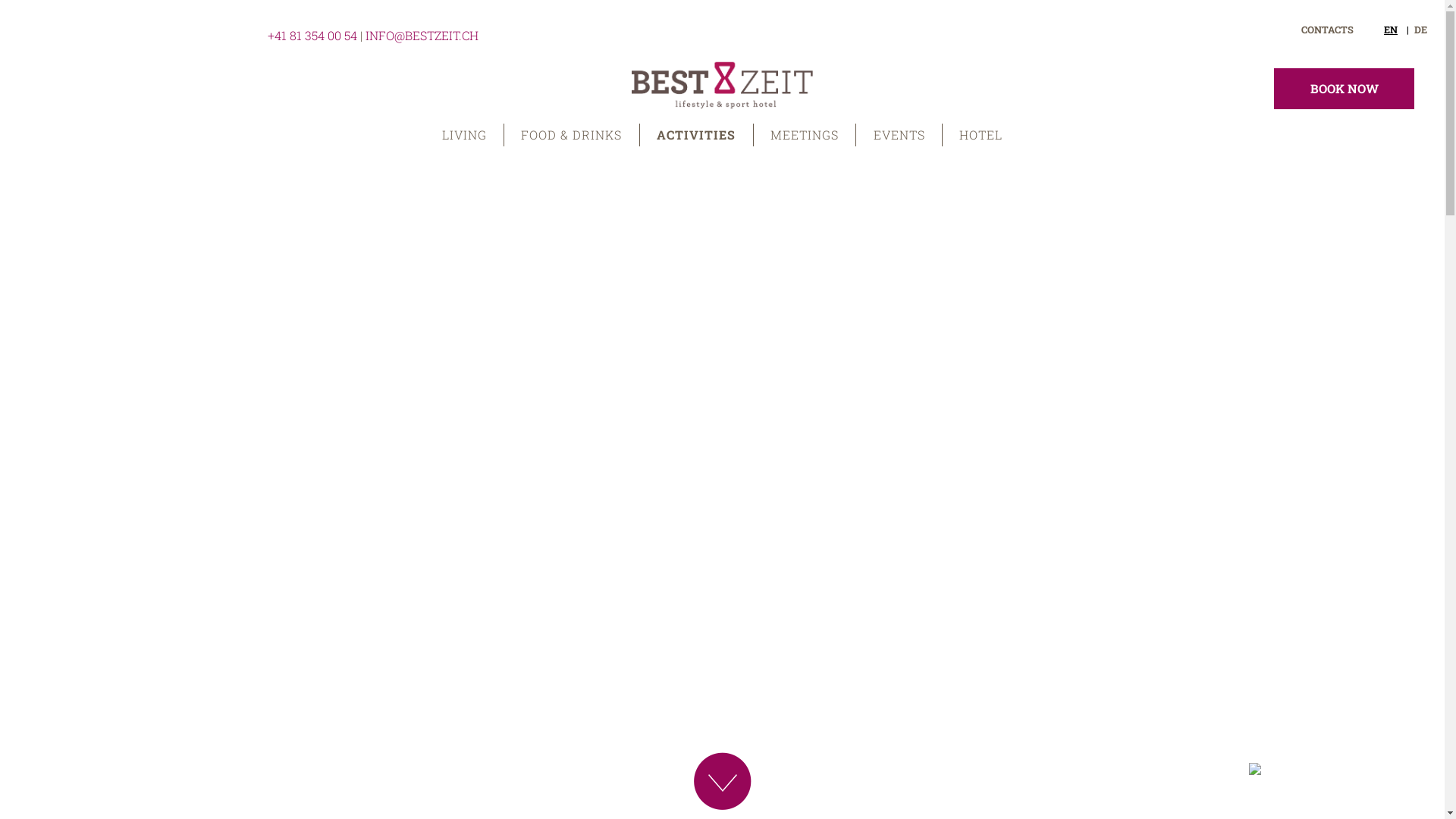 The width and height of the screenshot is (1456, 819). I want to click on 'CONTACTS', so click(1301, 29).